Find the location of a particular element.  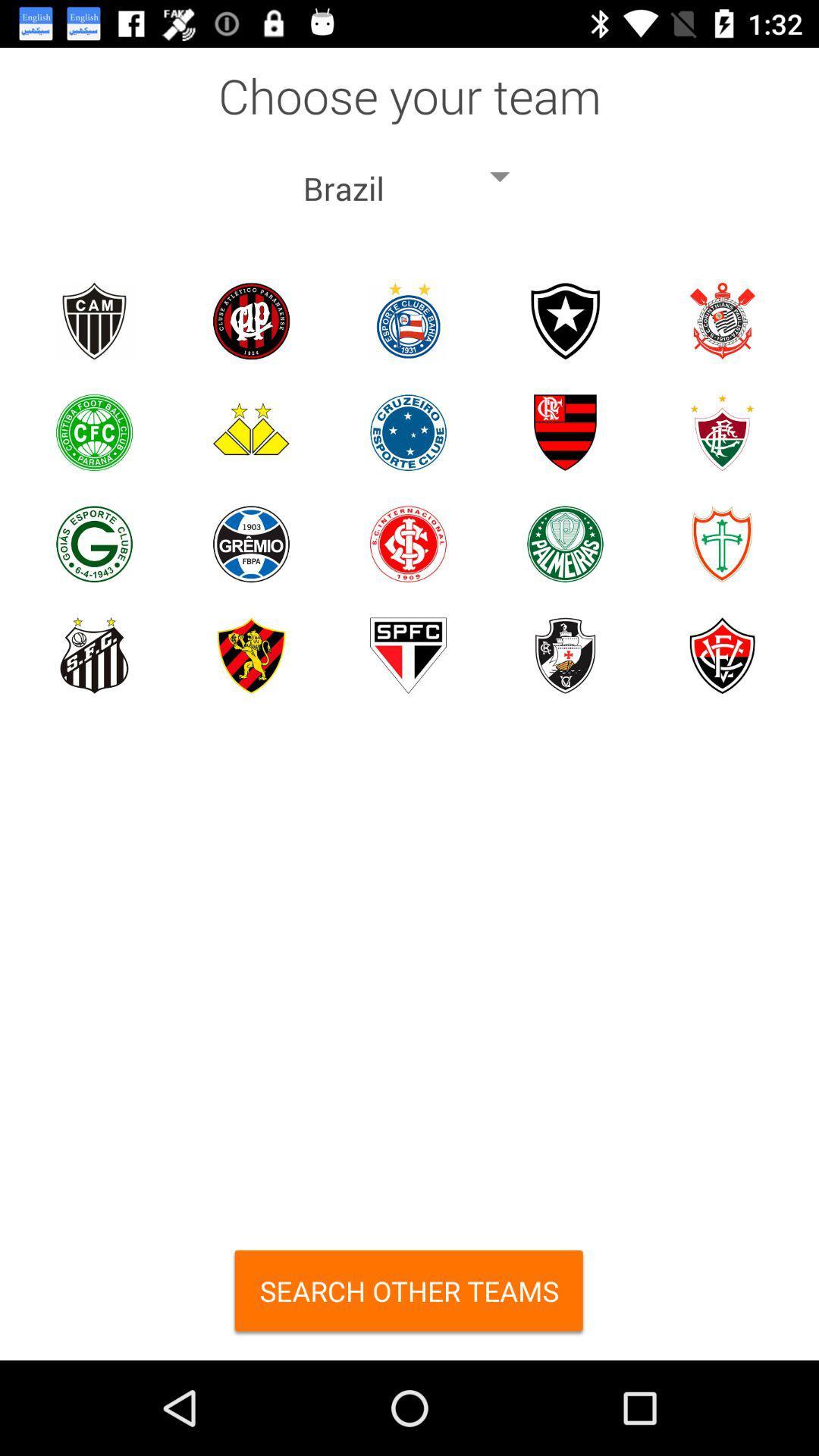

pick this team is located at coordinates (721, 431).